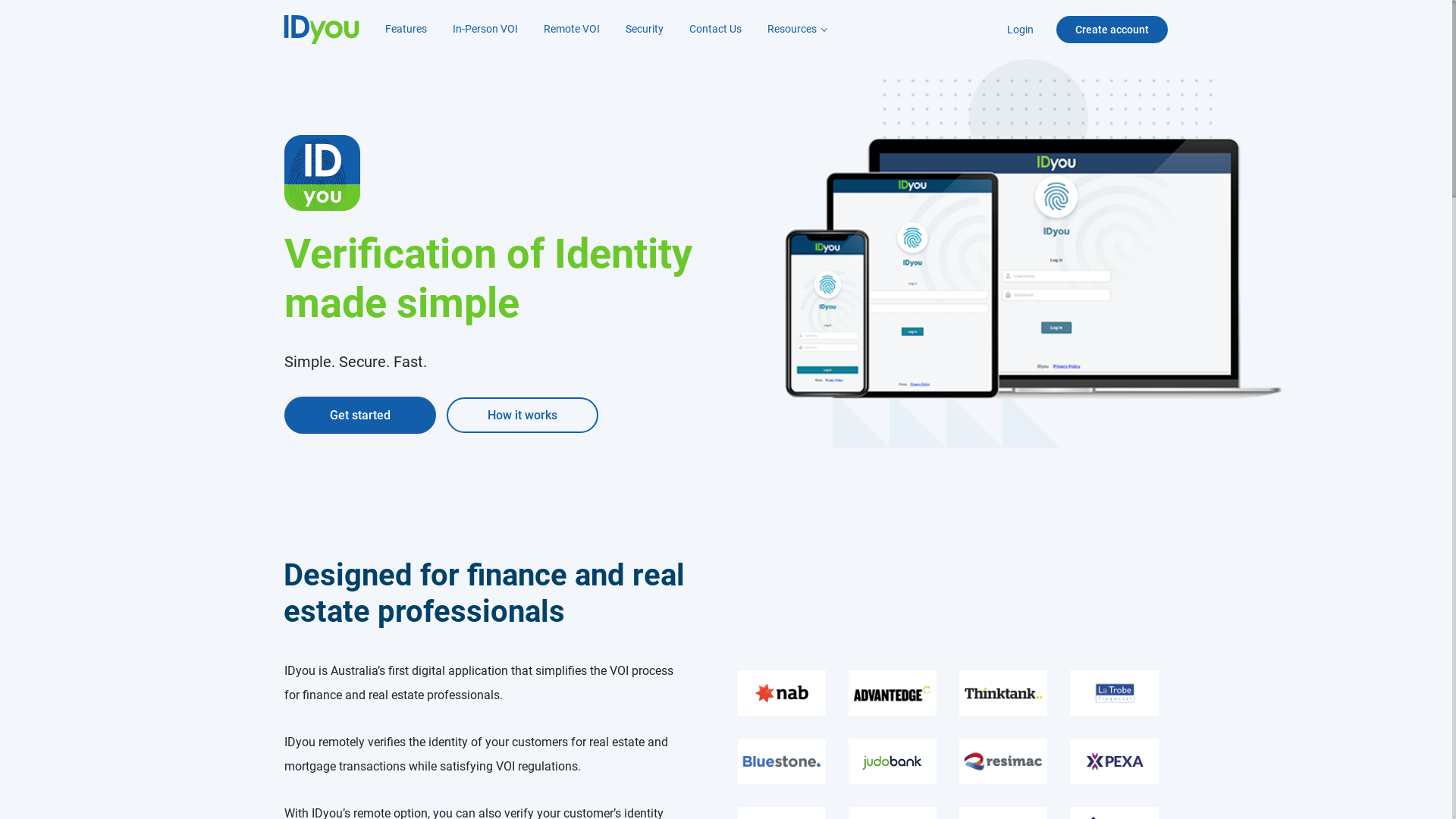 This screenshot has height=819, width=1456. What do you see at coordinates (445, 415) in the screenshot?
I see `'How it works'` at bounding box center [445, 415].